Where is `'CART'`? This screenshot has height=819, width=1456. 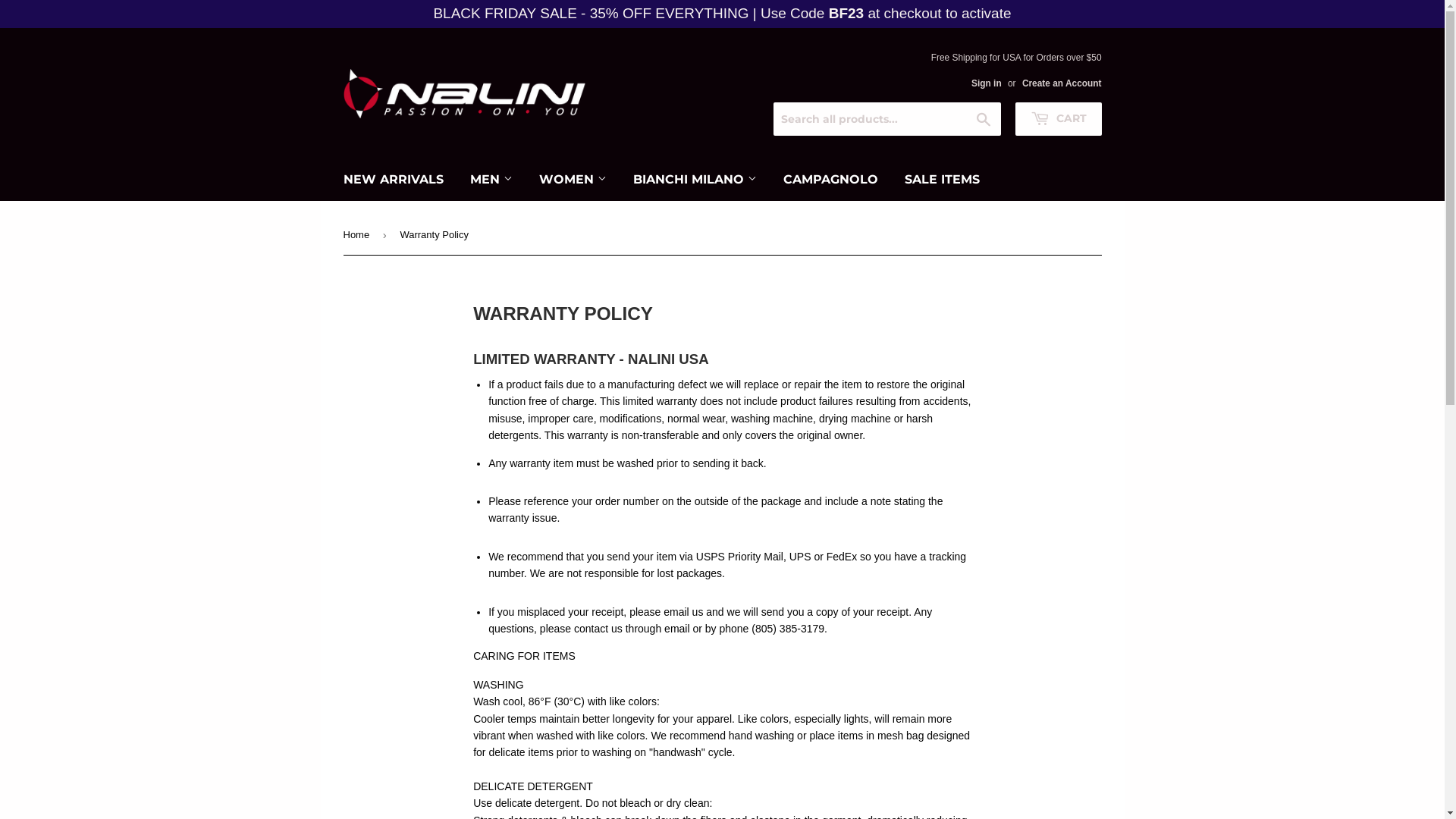
'CART' is located at coordinates (1057, 118).